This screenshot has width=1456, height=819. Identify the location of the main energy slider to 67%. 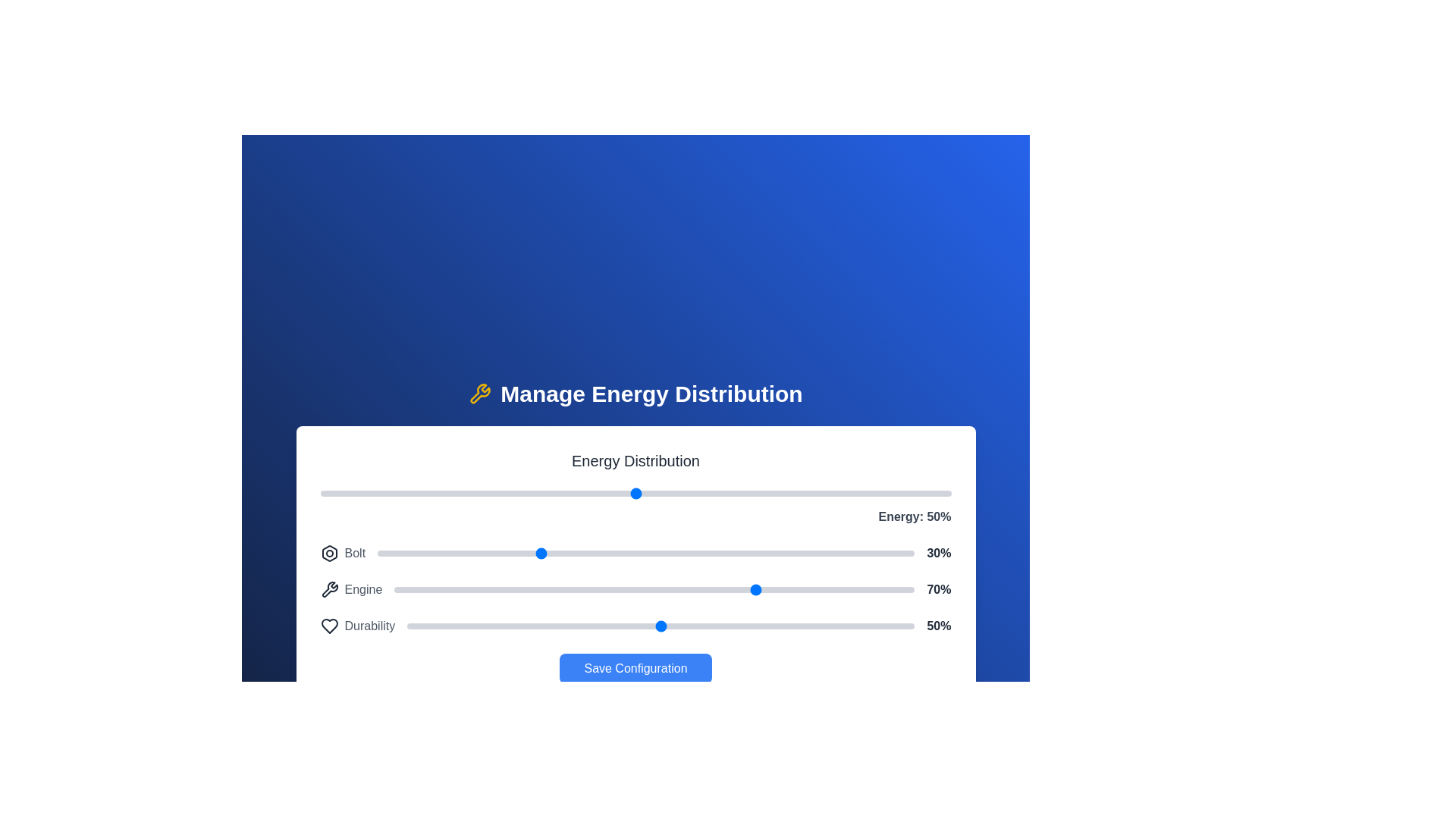
(742, 494).